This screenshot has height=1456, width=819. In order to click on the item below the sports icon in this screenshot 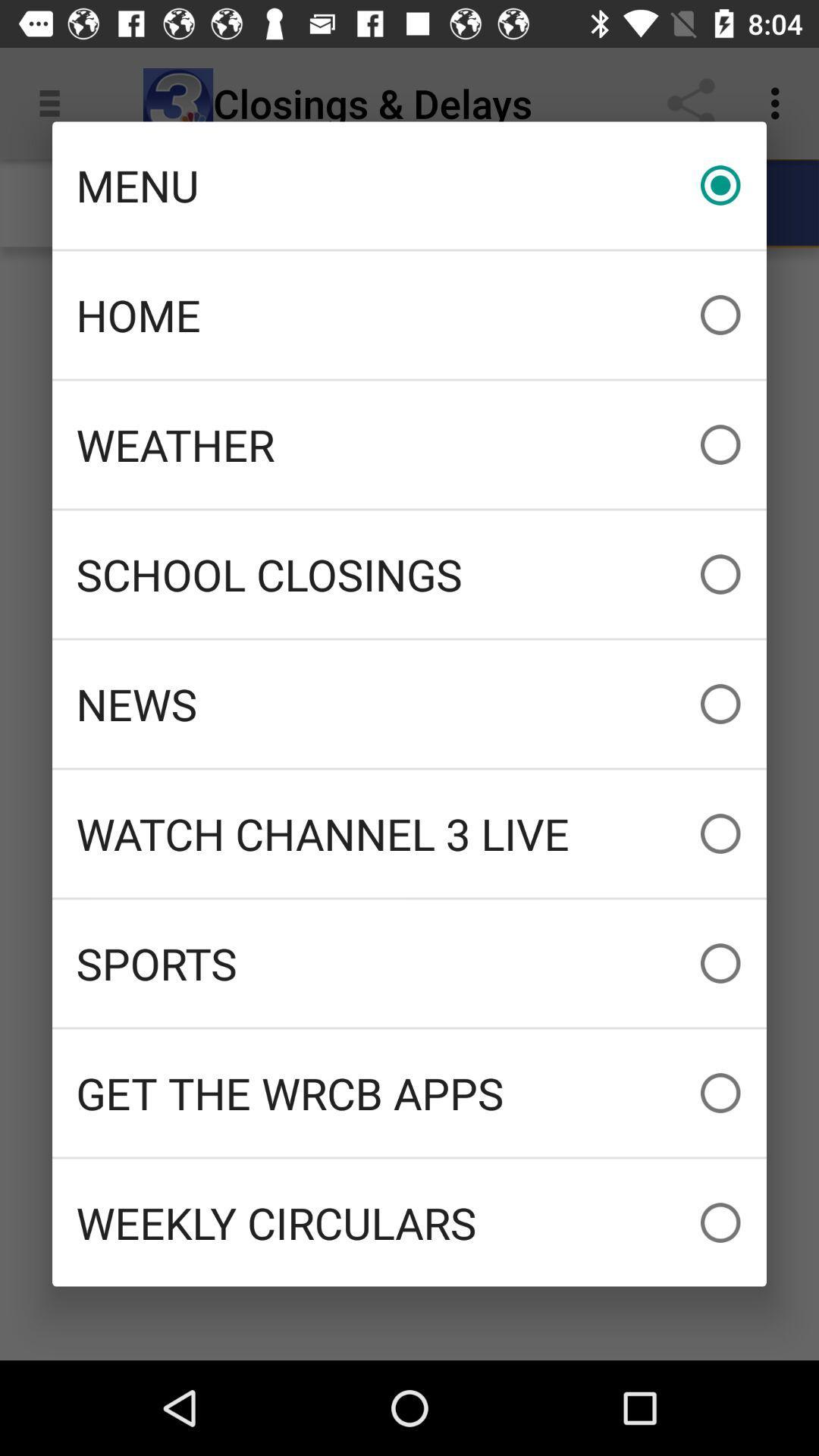, I will do `click(409, 1093)`.